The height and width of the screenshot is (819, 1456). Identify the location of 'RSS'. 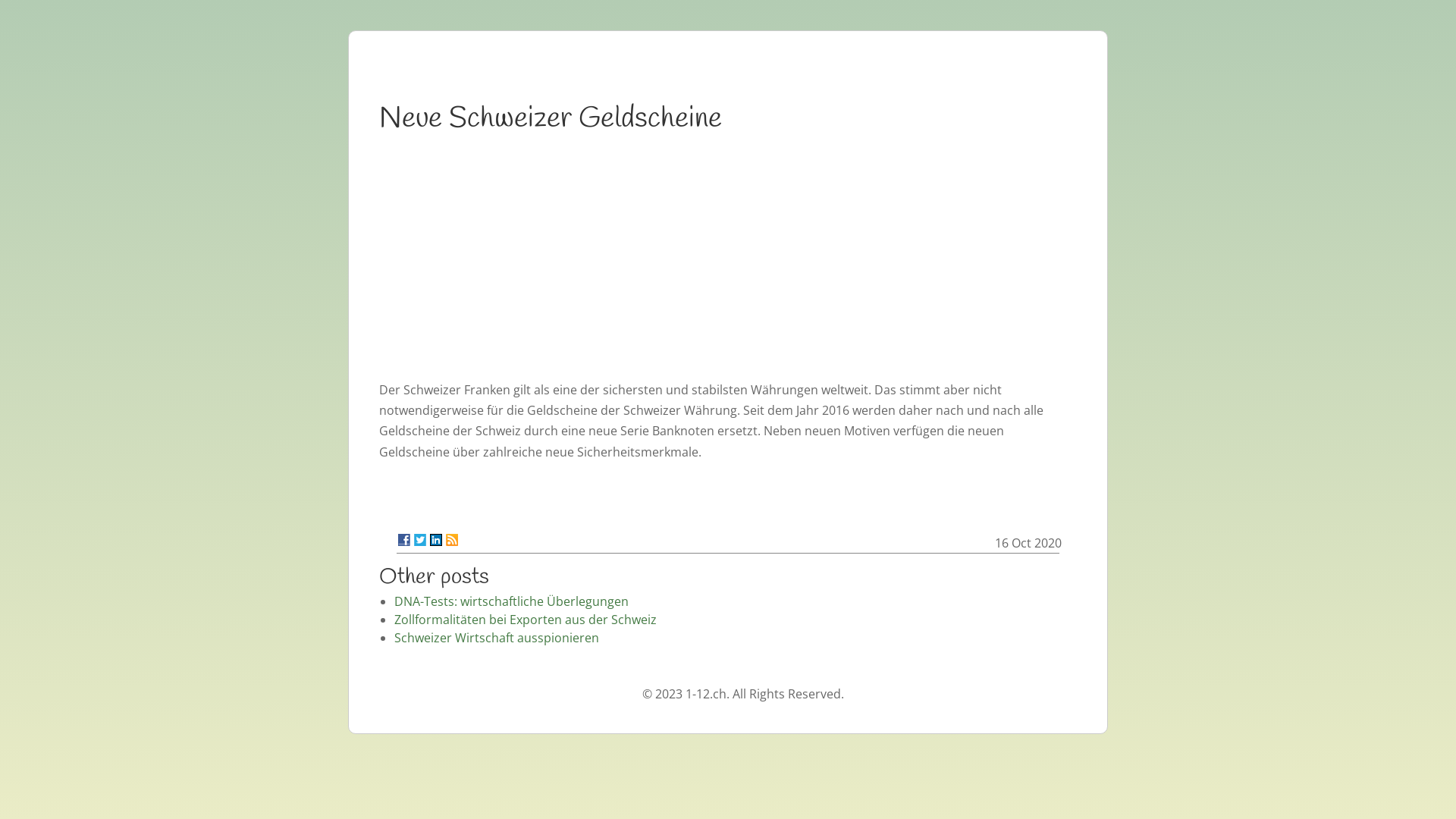
(450, 539).